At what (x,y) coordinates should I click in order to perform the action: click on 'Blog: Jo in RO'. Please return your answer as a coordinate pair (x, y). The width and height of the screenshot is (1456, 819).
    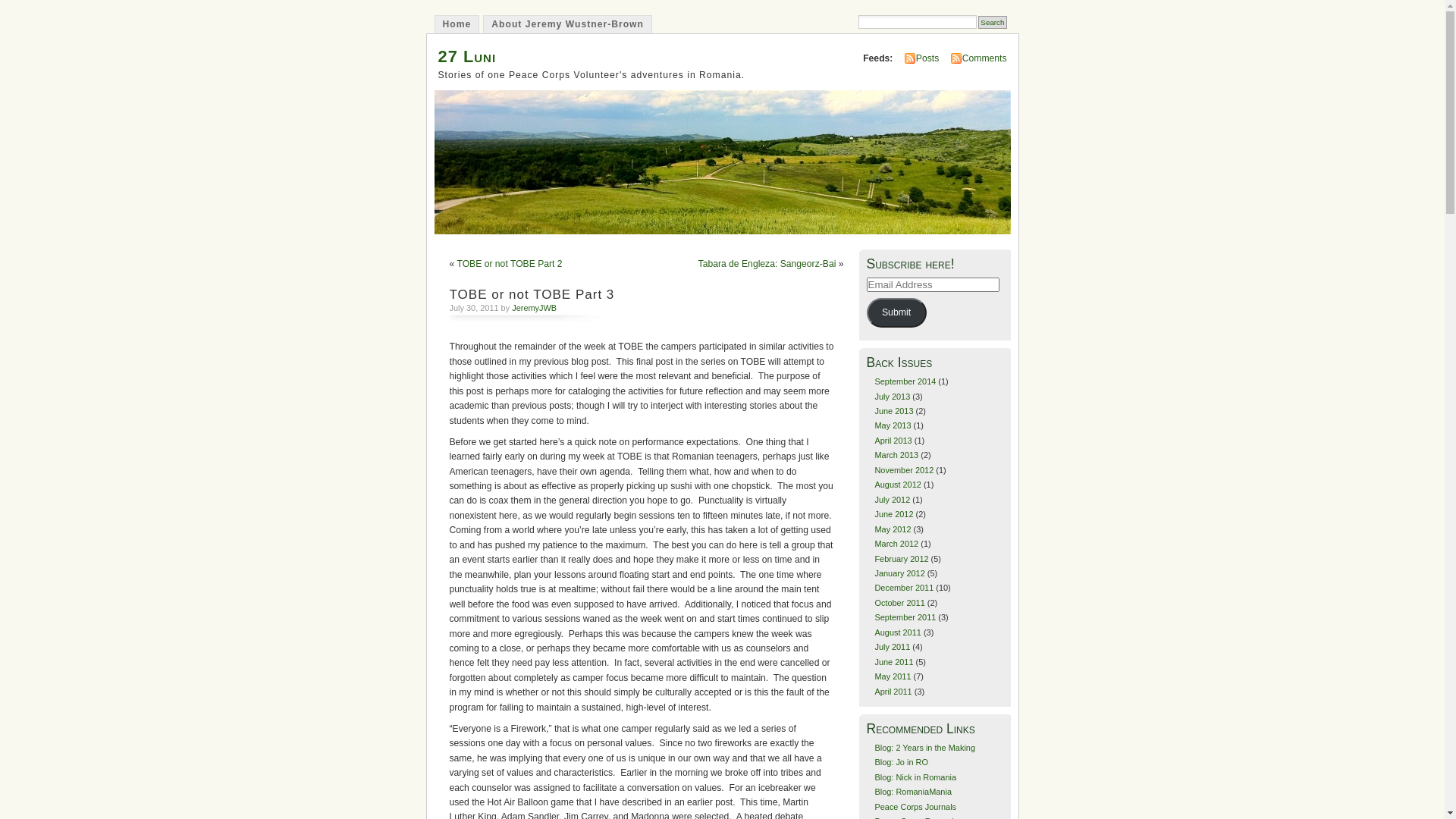
    Looking at the image, I should click on (901, 762).